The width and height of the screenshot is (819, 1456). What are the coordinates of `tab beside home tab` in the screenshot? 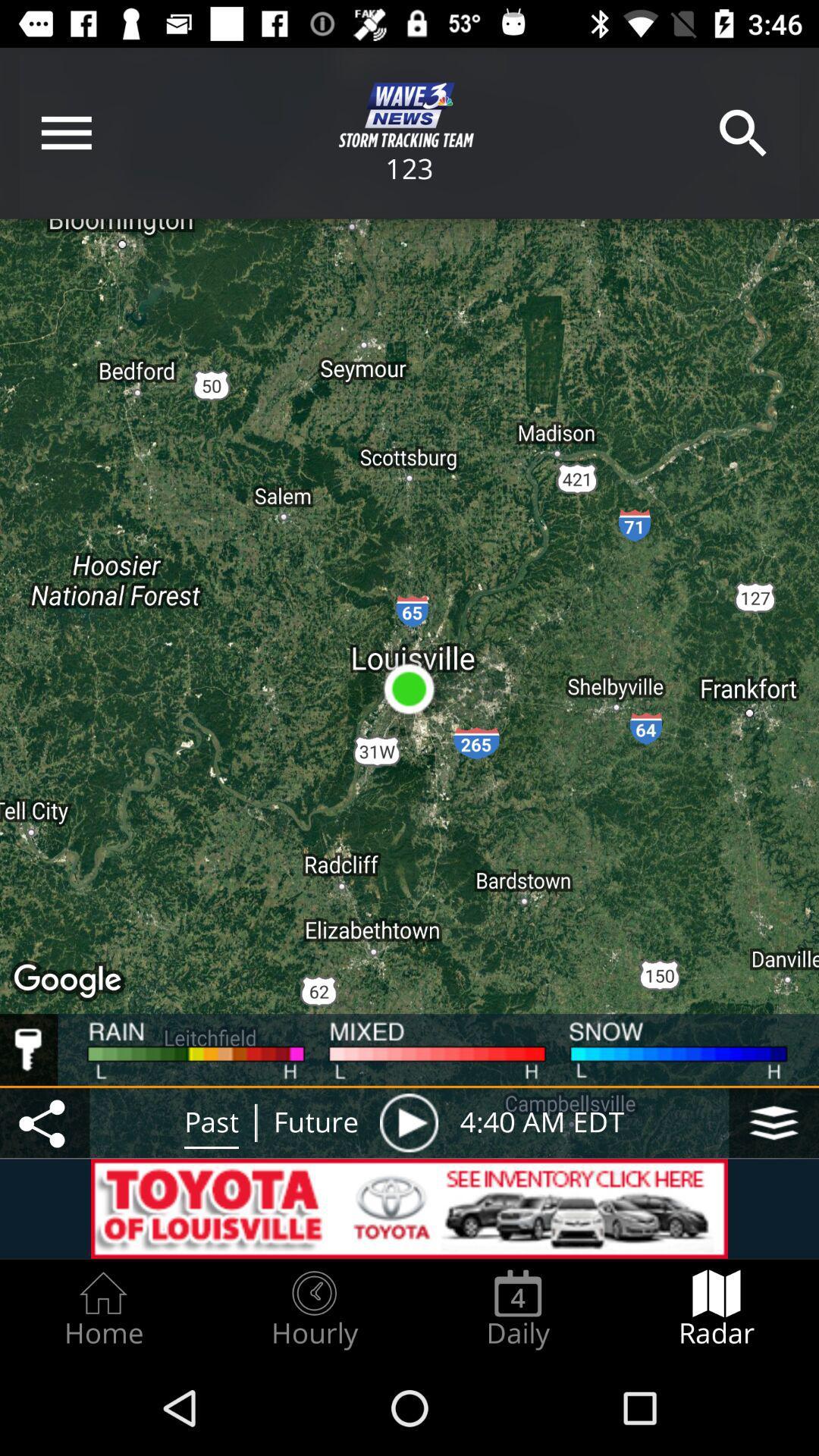 It's located at (314, 1309).